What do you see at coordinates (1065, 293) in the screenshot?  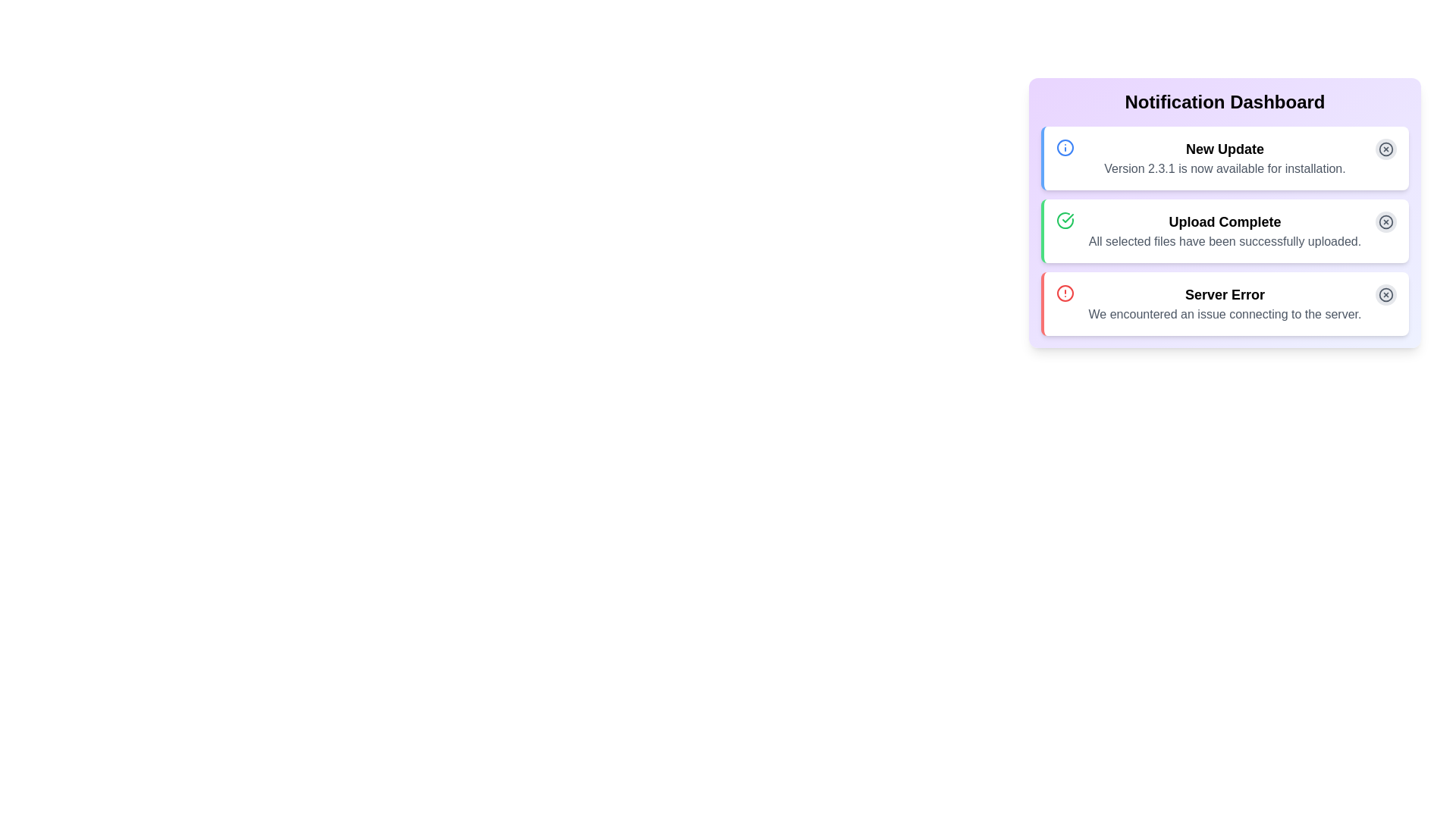 I see `the SVG Circle that is part of the 'Server Error' notification icon located to the left of the text within the third notification block in the 'Notification Dashboard'` at bounding box center [1065, 293].